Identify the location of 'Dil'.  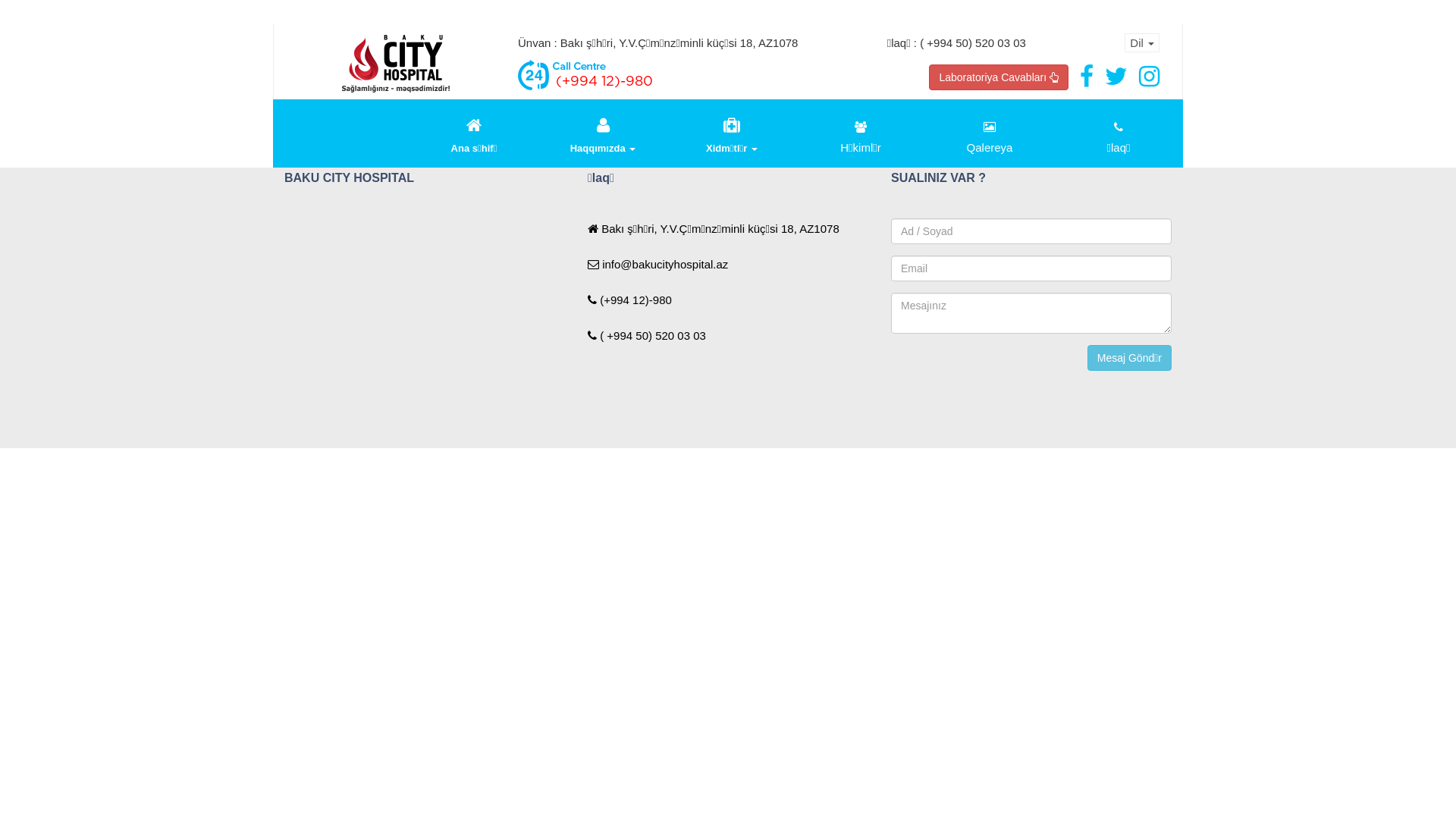
(1125, 42).